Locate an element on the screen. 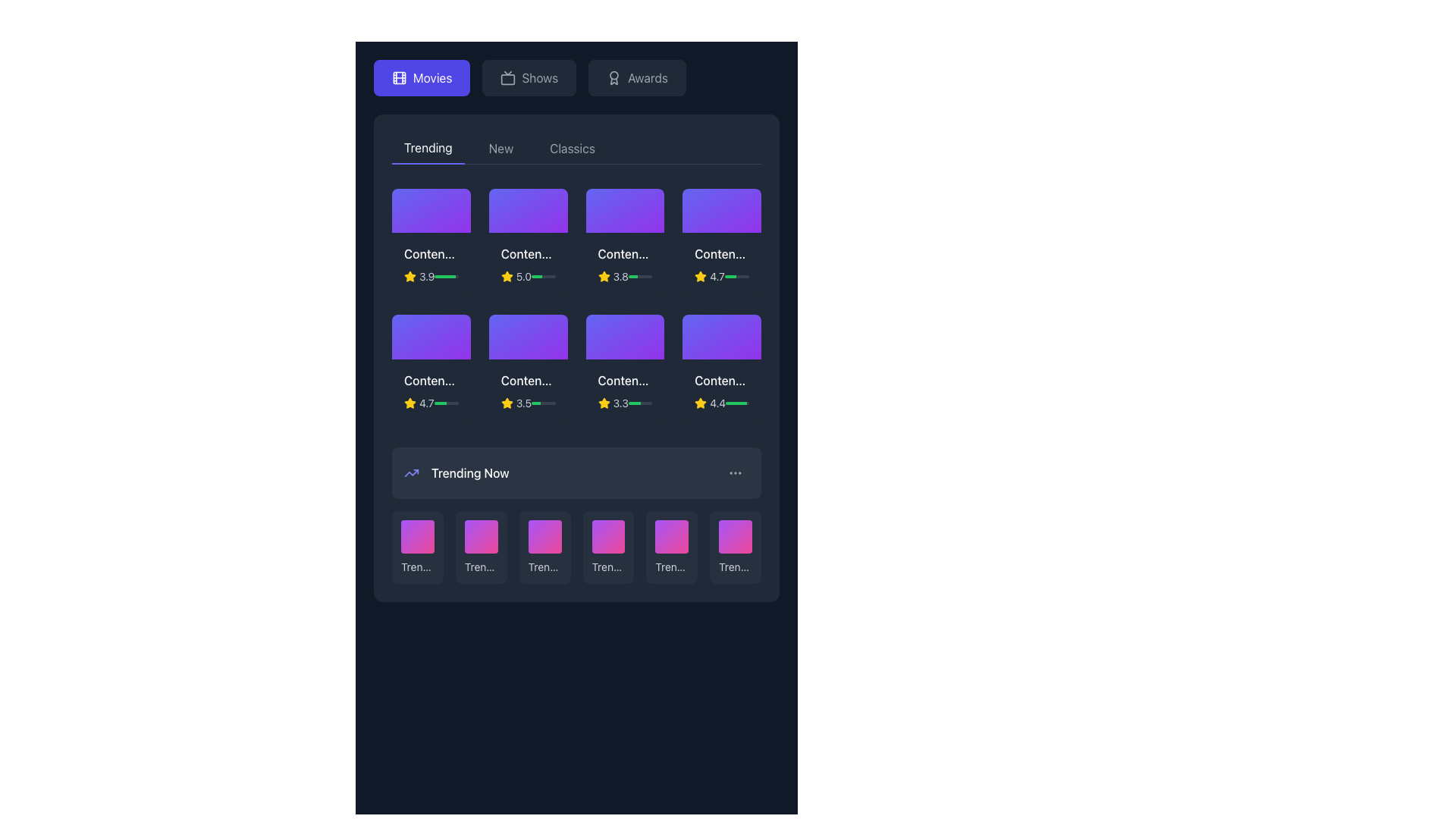 The image size is (1456, 819). the numerical rating '3.8' displayed in a small gray font, which is located in the 'Trending' section under the third content item from the left, immediately to the right of the yellow star icon is located at coordinates (620, 277).